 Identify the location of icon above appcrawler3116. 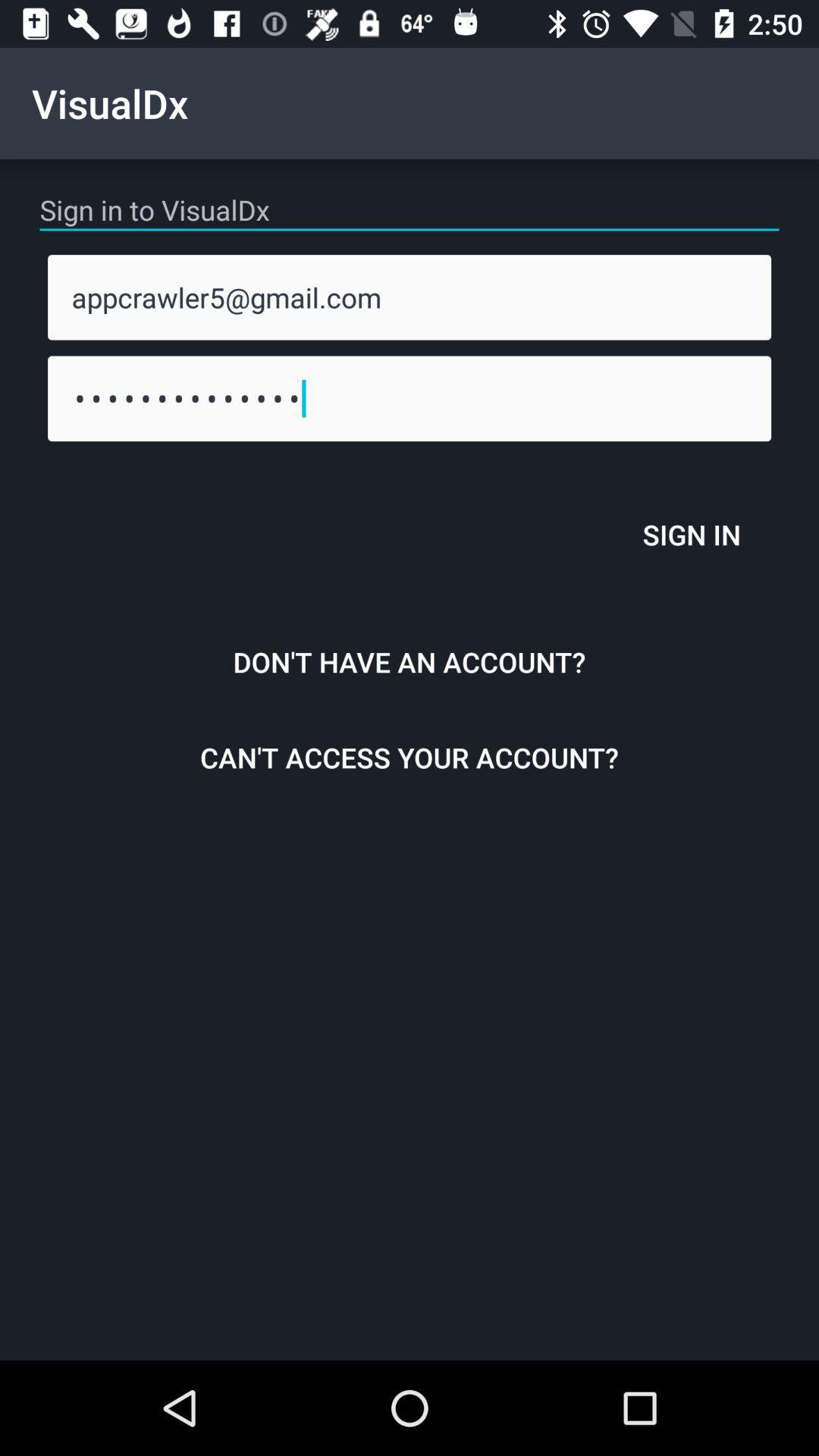
(409, 297).